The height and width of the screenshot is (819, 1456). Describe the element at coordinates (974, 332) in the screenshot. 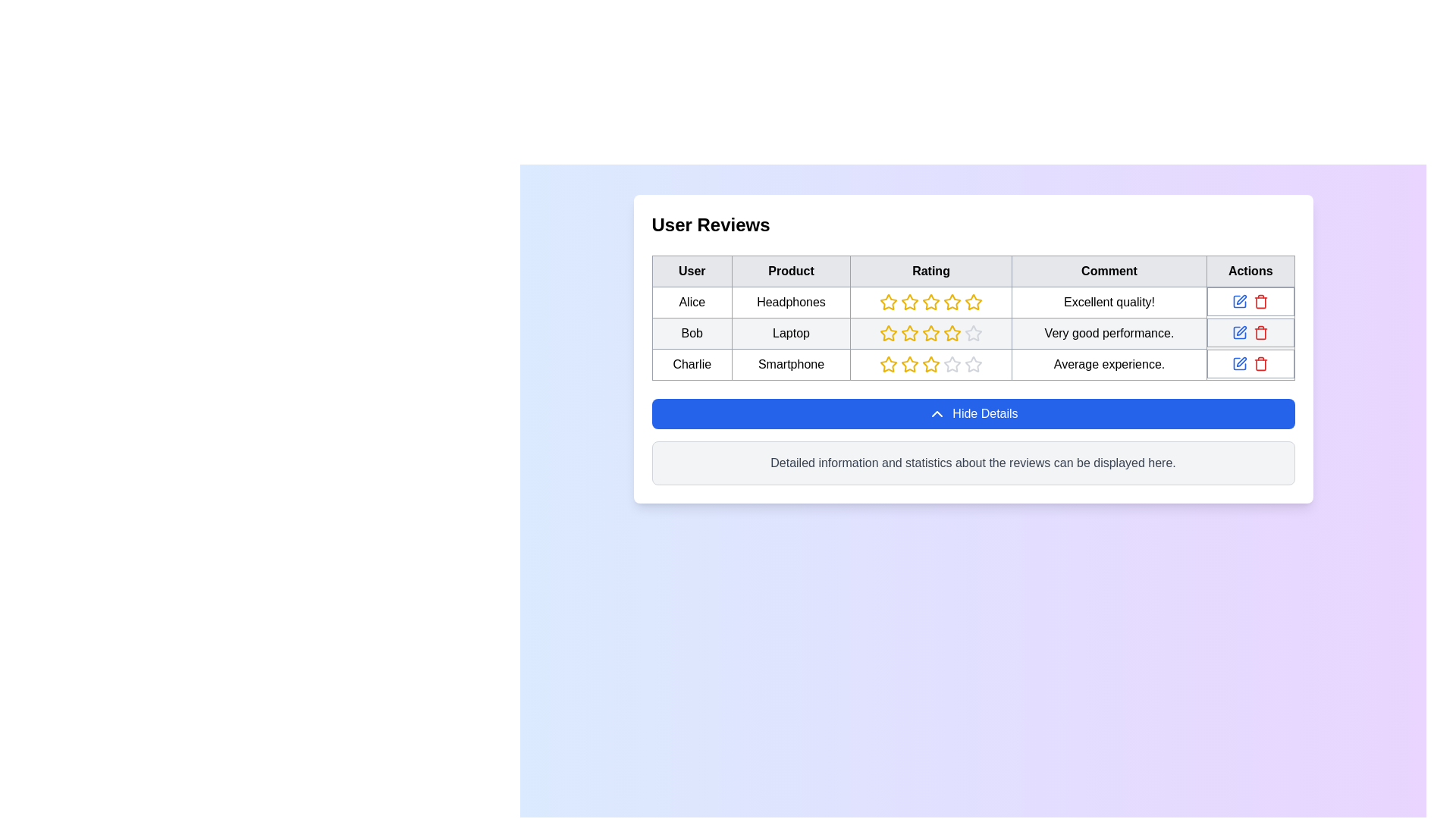

I see `the fourth star icon under the 'Rating' column to provide a rating for the product 'Laptop' reviewed by 'Bob'` at that location.